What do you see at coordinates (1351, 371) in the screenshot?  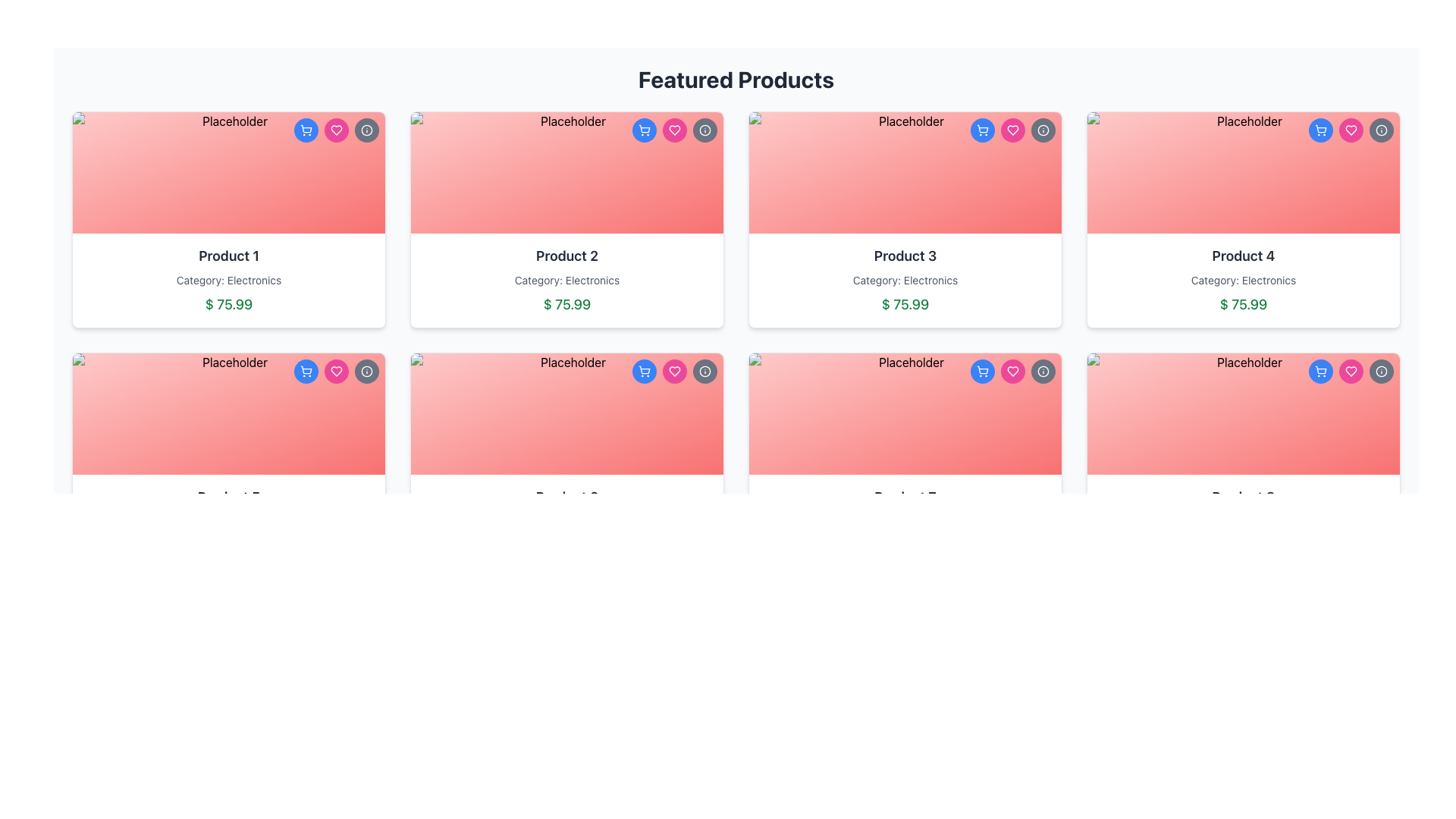 I see `the pink circular button with a white heart icon located at the top-right corner of the 'Product 8' card` at bounding box center [1351, 371].